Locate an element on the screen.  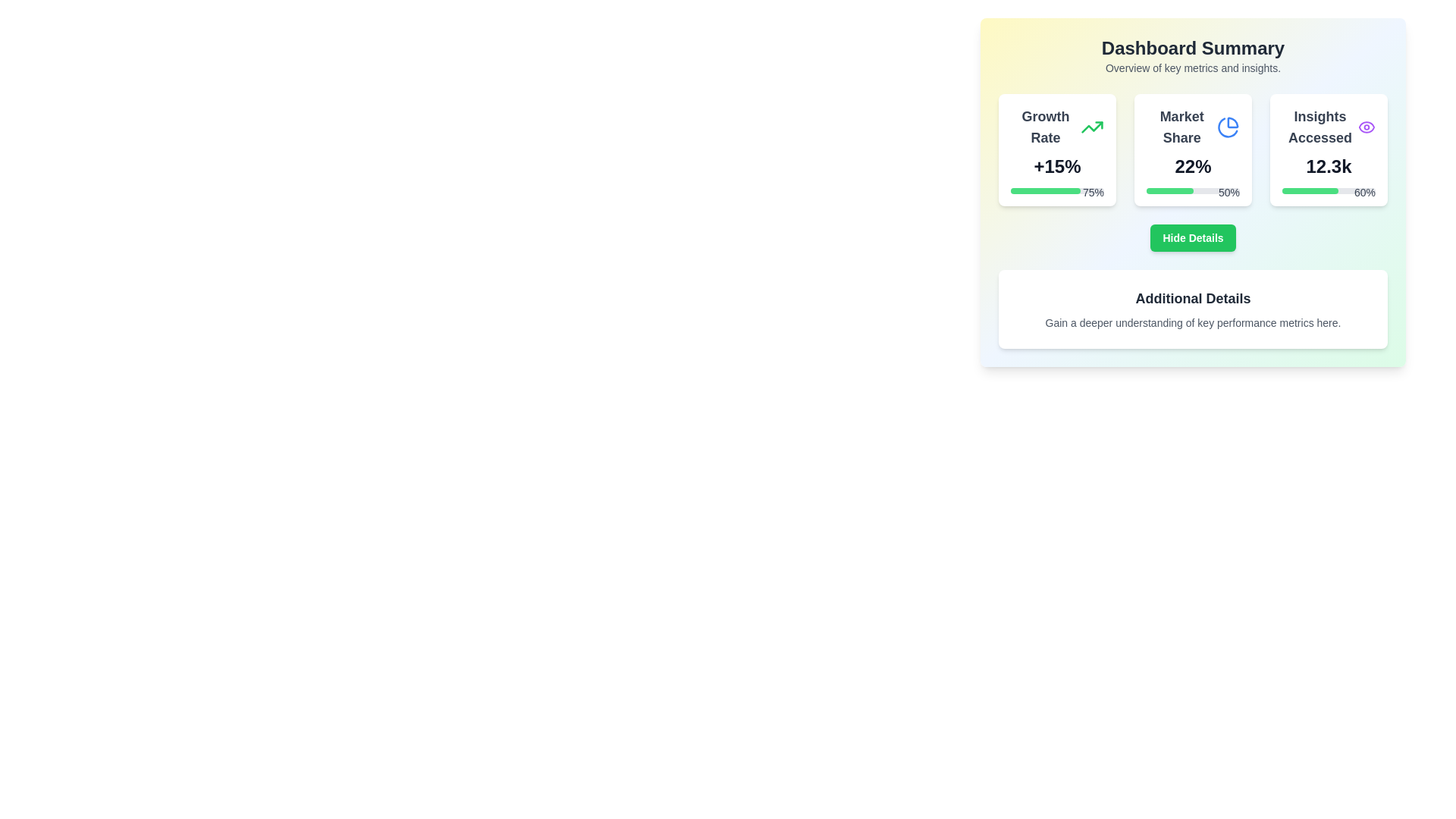
displayed text 'Growth Rate' from the Label with an upward trending green arrow icon located at the top-left corner of the main dashboard section is located at coordinates (1056, 127).